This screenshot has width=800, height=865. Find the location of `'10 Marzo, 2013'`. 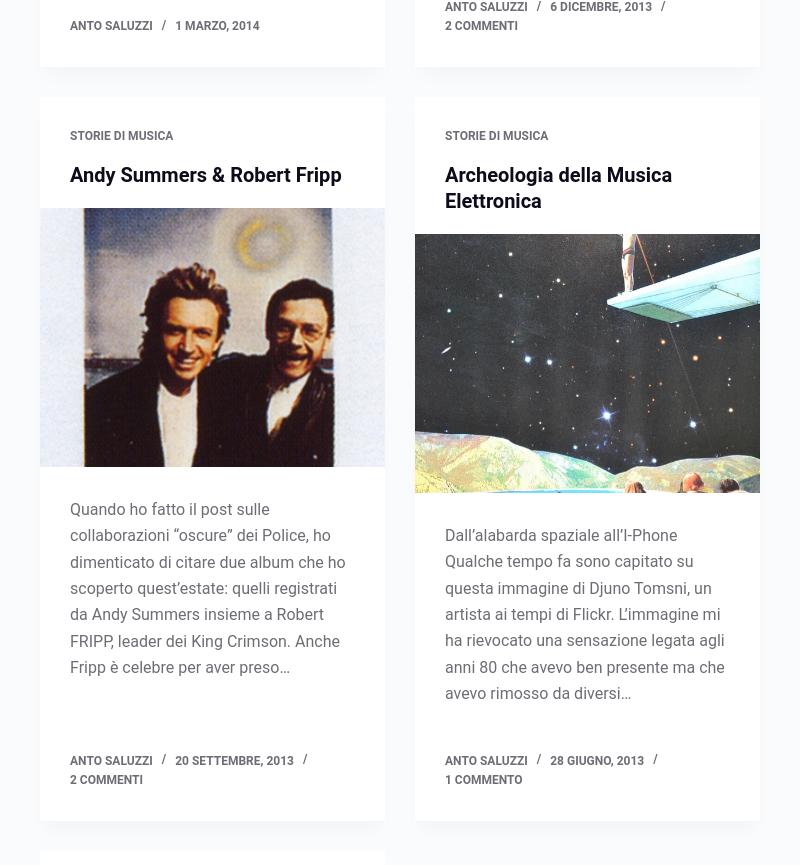

'10 Marzo, 2013' is located at coordinates (220, 135).